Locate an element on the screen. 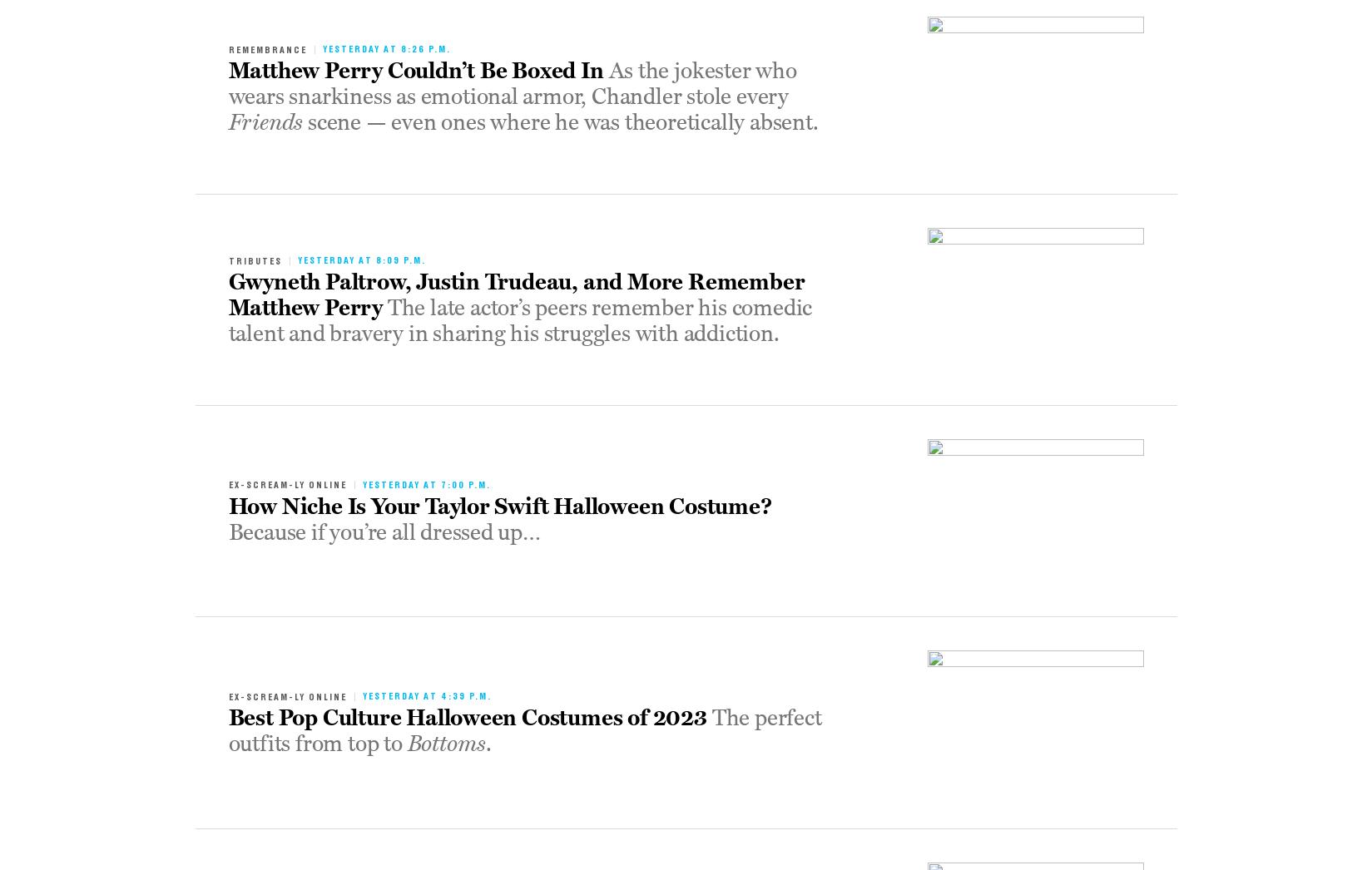 The height and width of the screenshot is (870, 1372). 'How Niche Is Your Taylor Swift Halloween Costume?' is located at coordinates (228, 507).